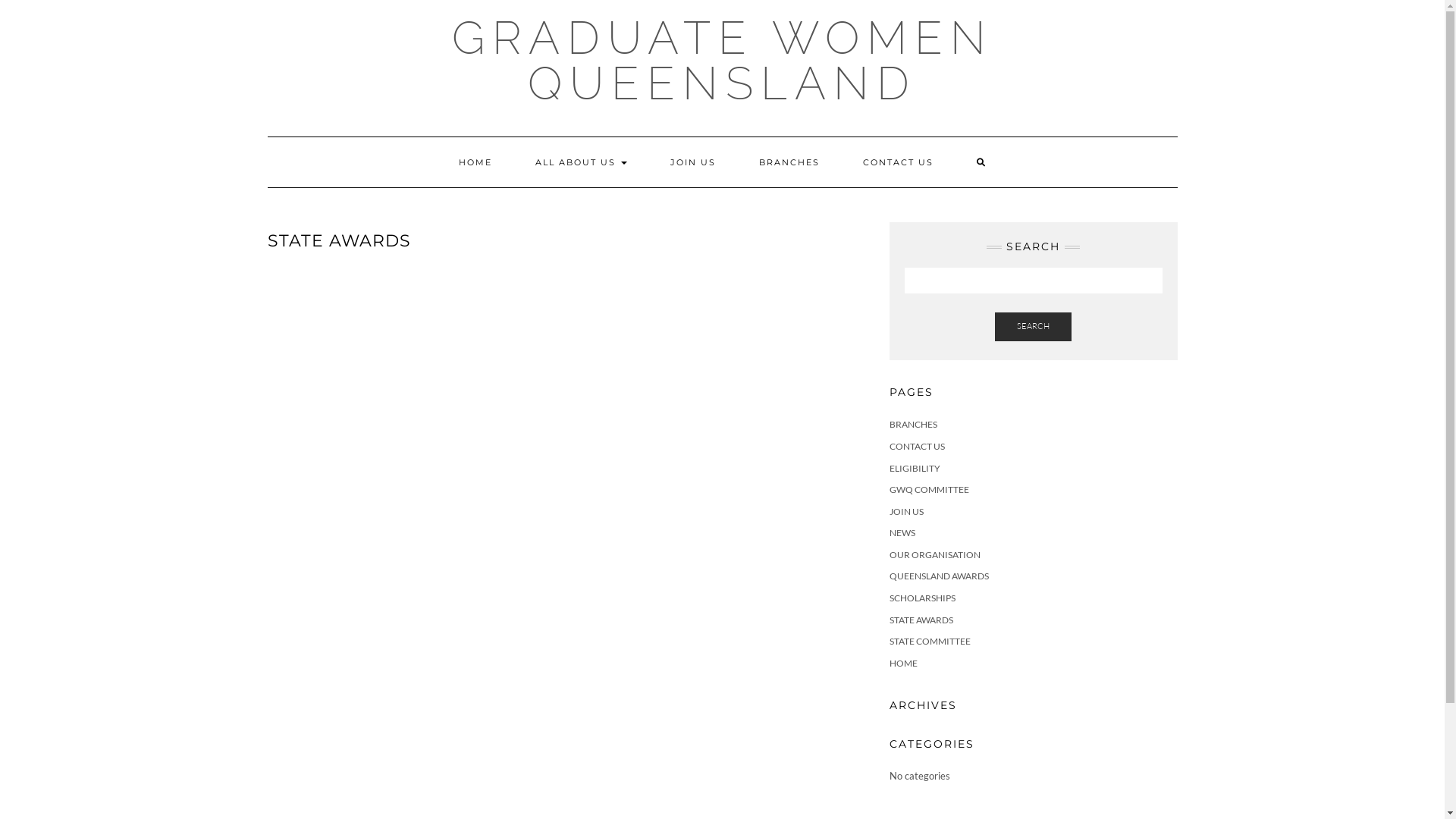 This screenshot has height=819, width=1456. What do you see at coordinates (789, 162) in the screenshot?
I see `'BRANCHES'` at bounding box center [789, 162].